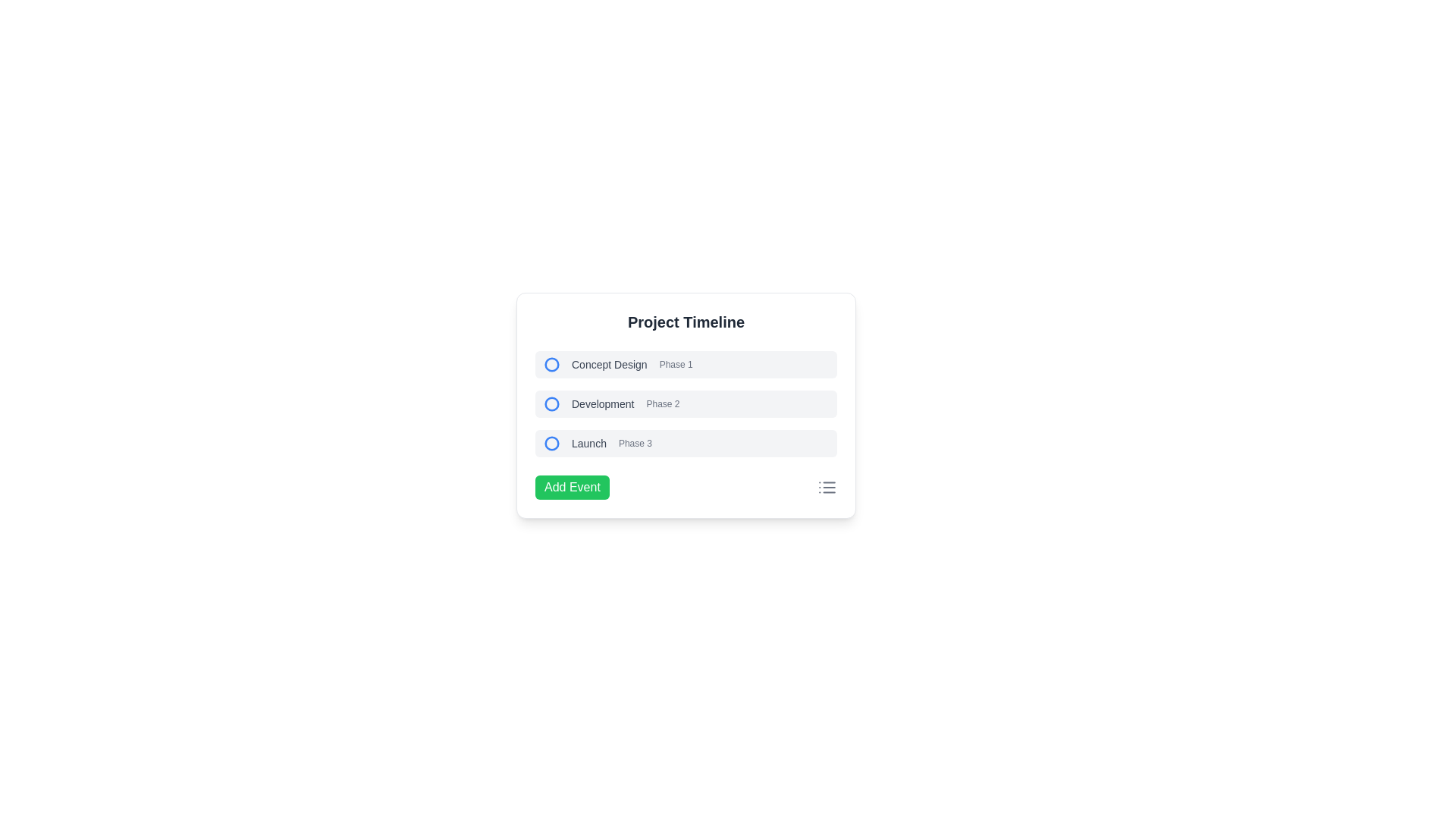  What do you see at coordinates (609, 365) in the screenshot?
I see `the text label that describes the project phase, positioned between a blue circular icon and the text 'Phase 1' in the 'Project Timeline' section` at bounding box center [609, 365].